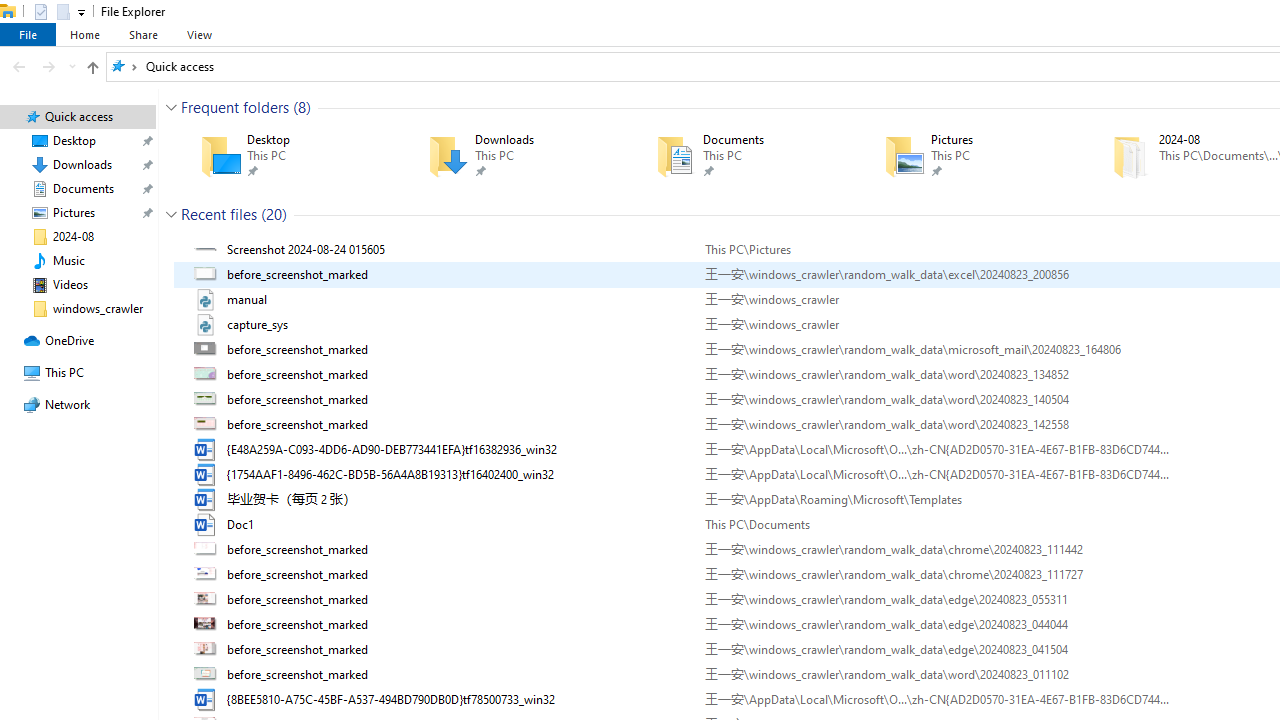 This screenshot has height=720, width=1280. What do you see at coordinates (51, 11) in the screenshot?
I see `'Quick Access Toolbar'` at bounding box center [51, 11].